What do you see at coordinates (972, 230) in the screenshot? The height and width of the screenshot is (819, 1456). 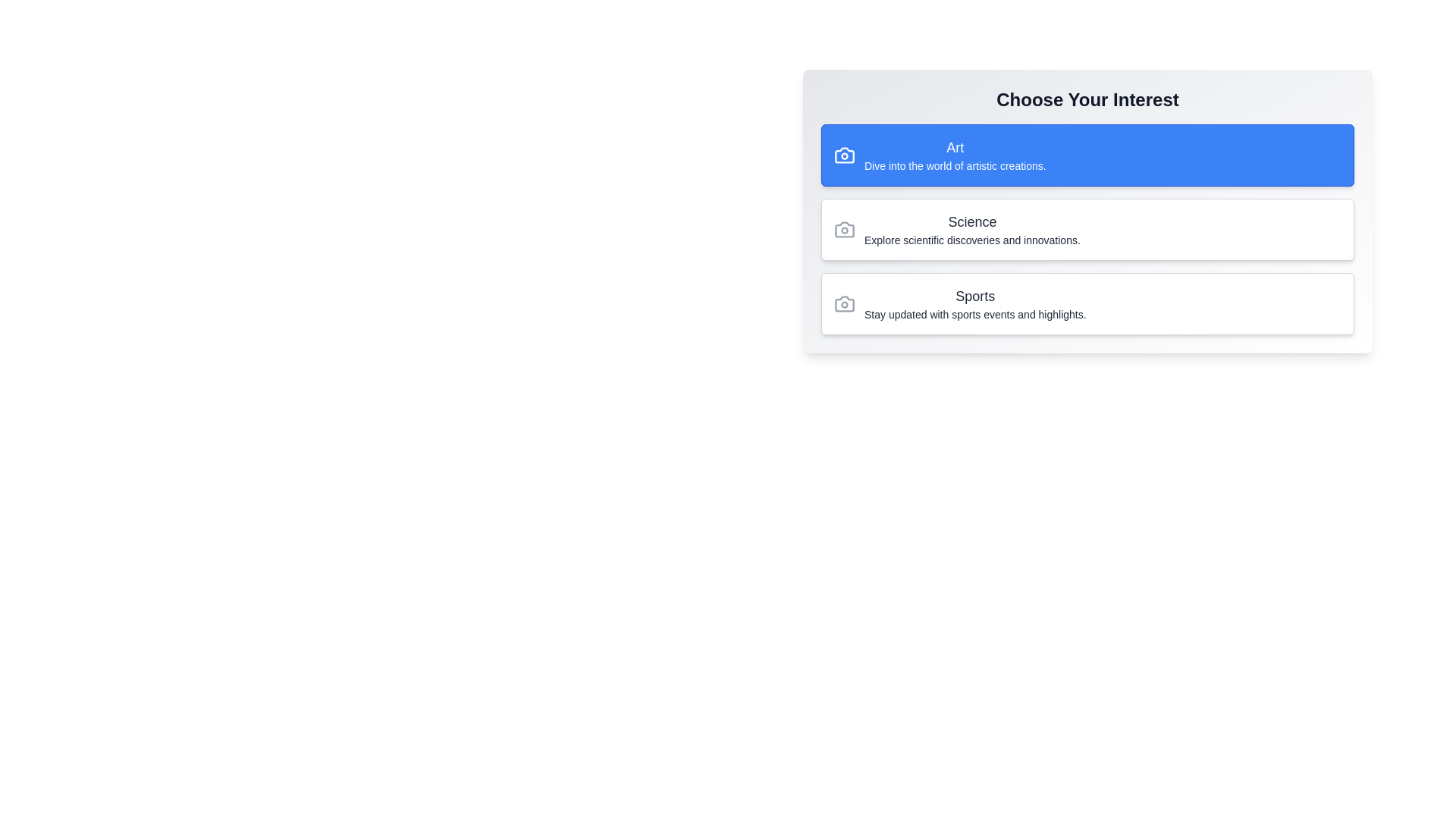 I see `the selectable Text Display element located between 'Art' and 'Sports' in the card layout` at bounding box center [972, 230].